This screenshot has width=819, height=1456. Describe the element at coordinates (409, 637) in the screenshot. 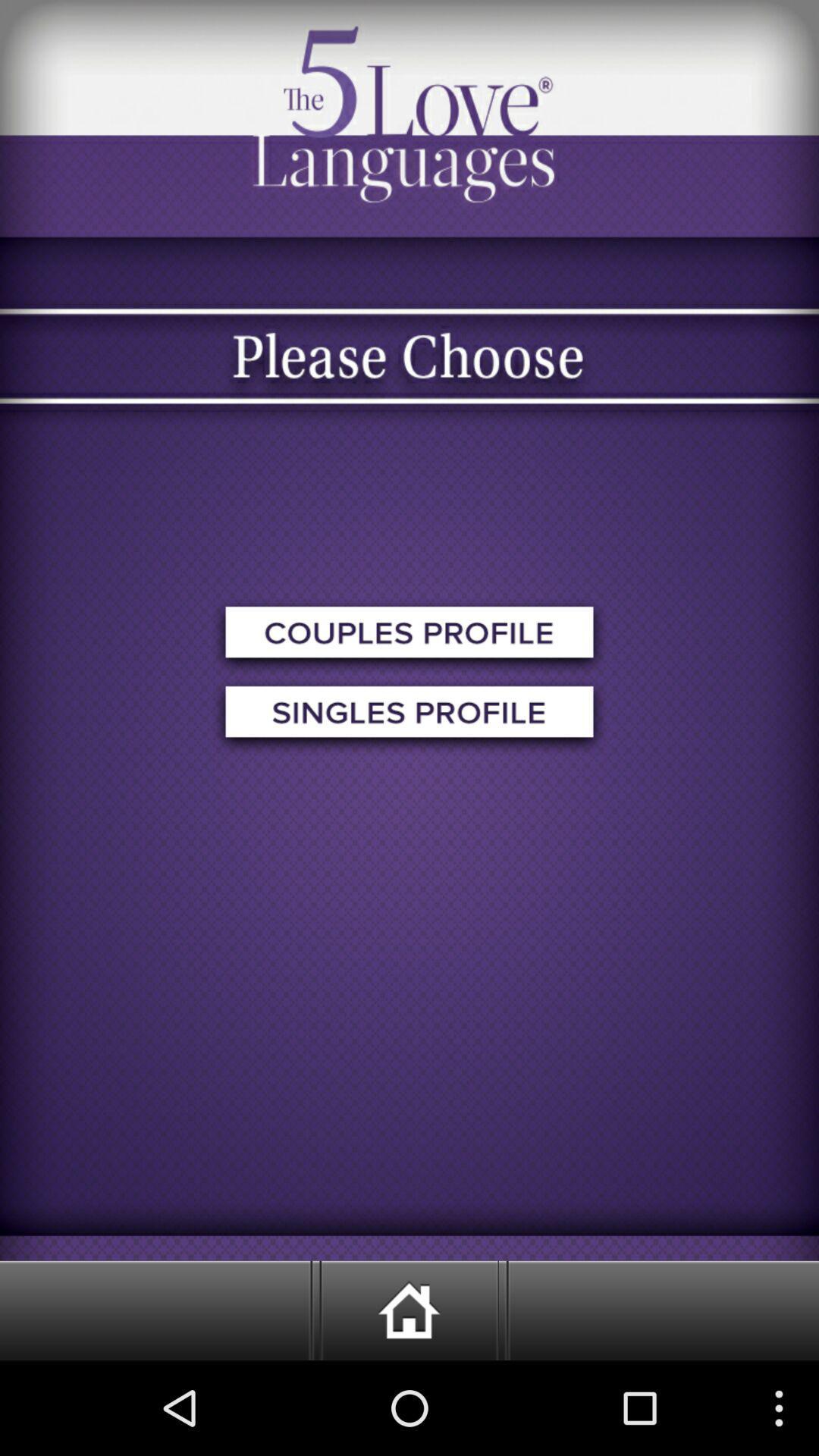

I see `share the article` at that location.